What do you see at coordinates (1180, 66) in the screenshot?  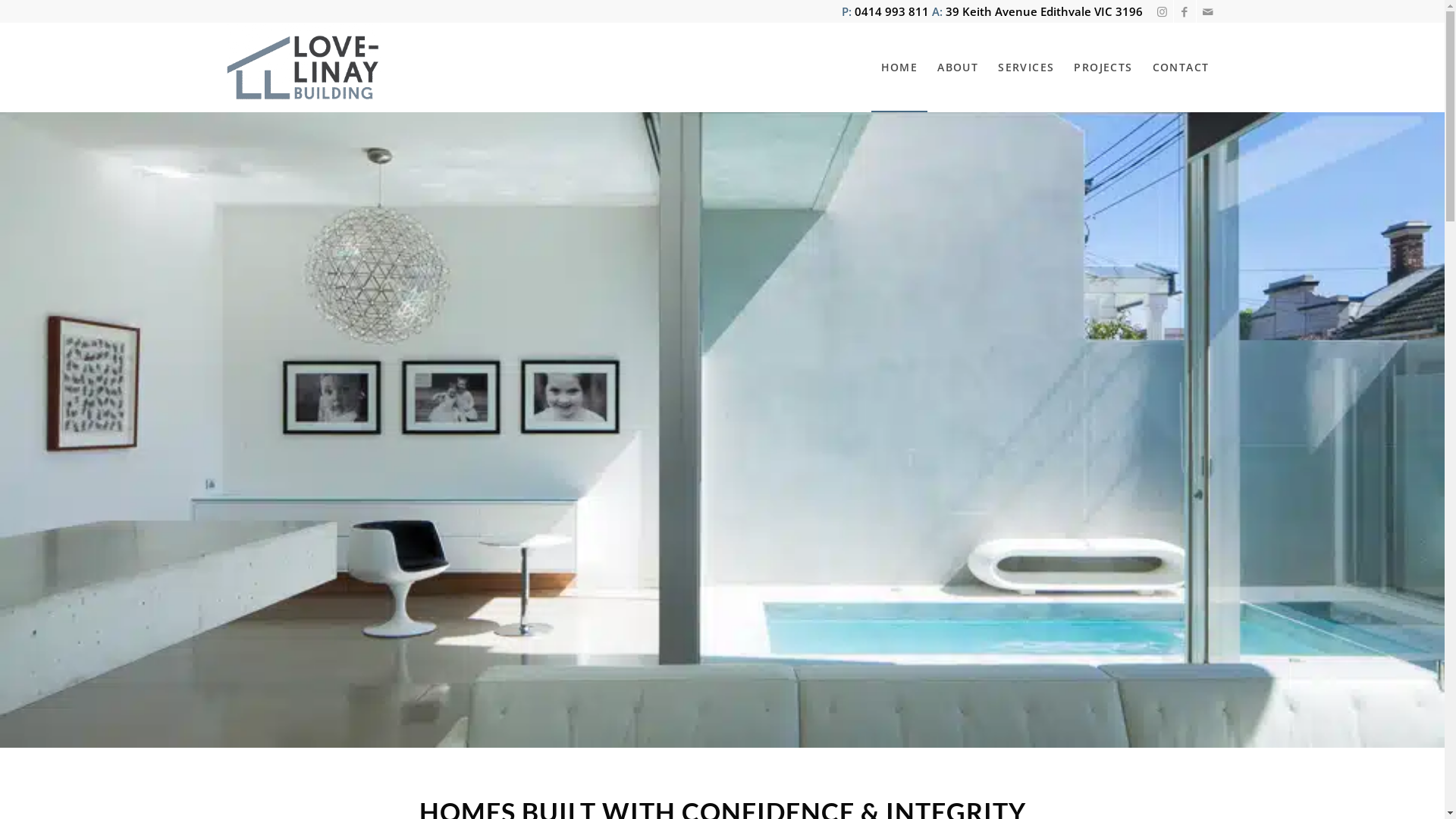 I see `'CONTACT'` at bounding box center [1180, 66].